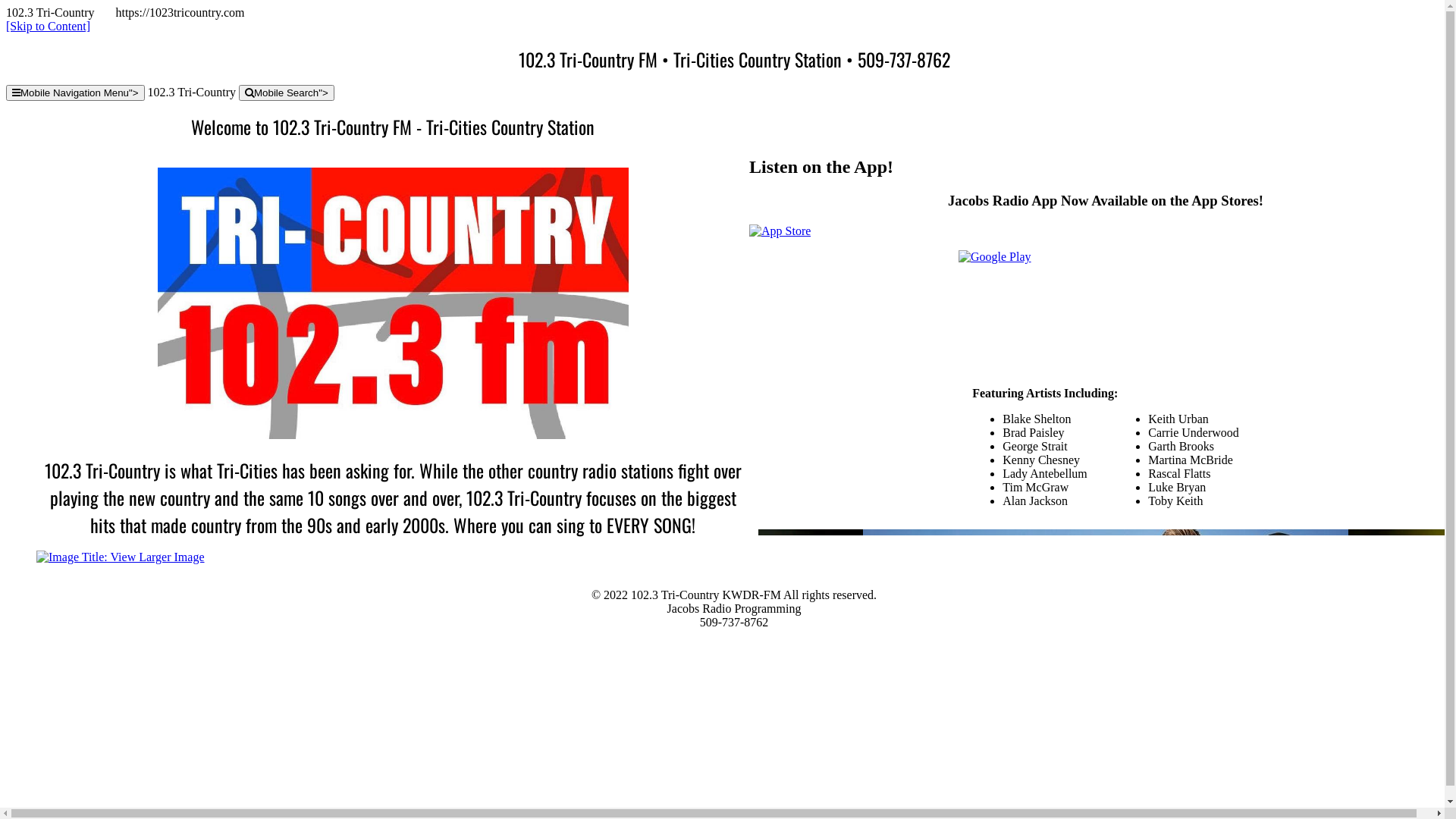  I want to click on 'Mobile Search">', so click(287, 93).